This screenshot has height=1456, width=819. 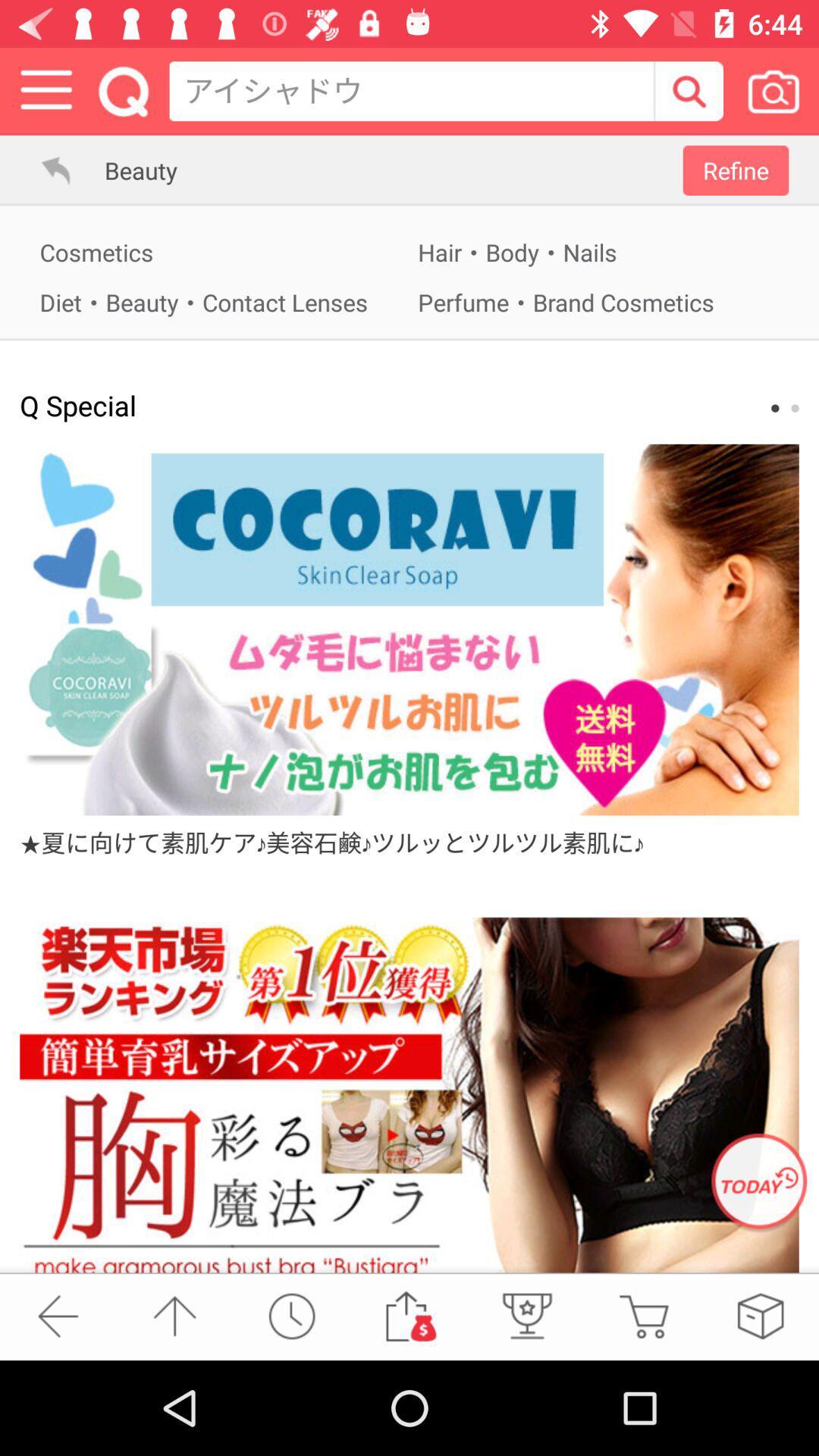 I want to click on to up arrow, so click(x=174, y=1315).